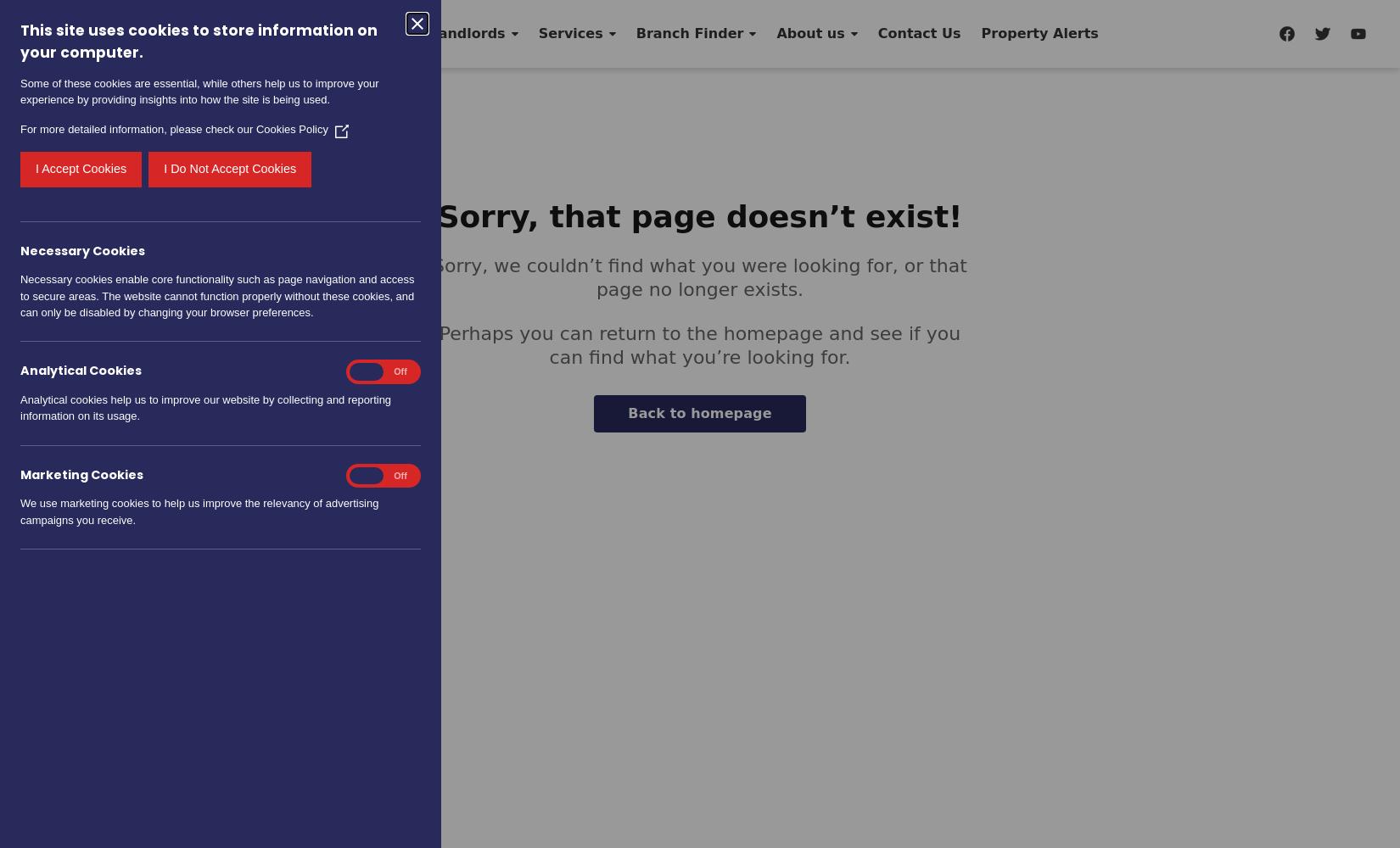 This screenshot has height=848, width=1400. I want to click on 'Services', so click(536, 33).